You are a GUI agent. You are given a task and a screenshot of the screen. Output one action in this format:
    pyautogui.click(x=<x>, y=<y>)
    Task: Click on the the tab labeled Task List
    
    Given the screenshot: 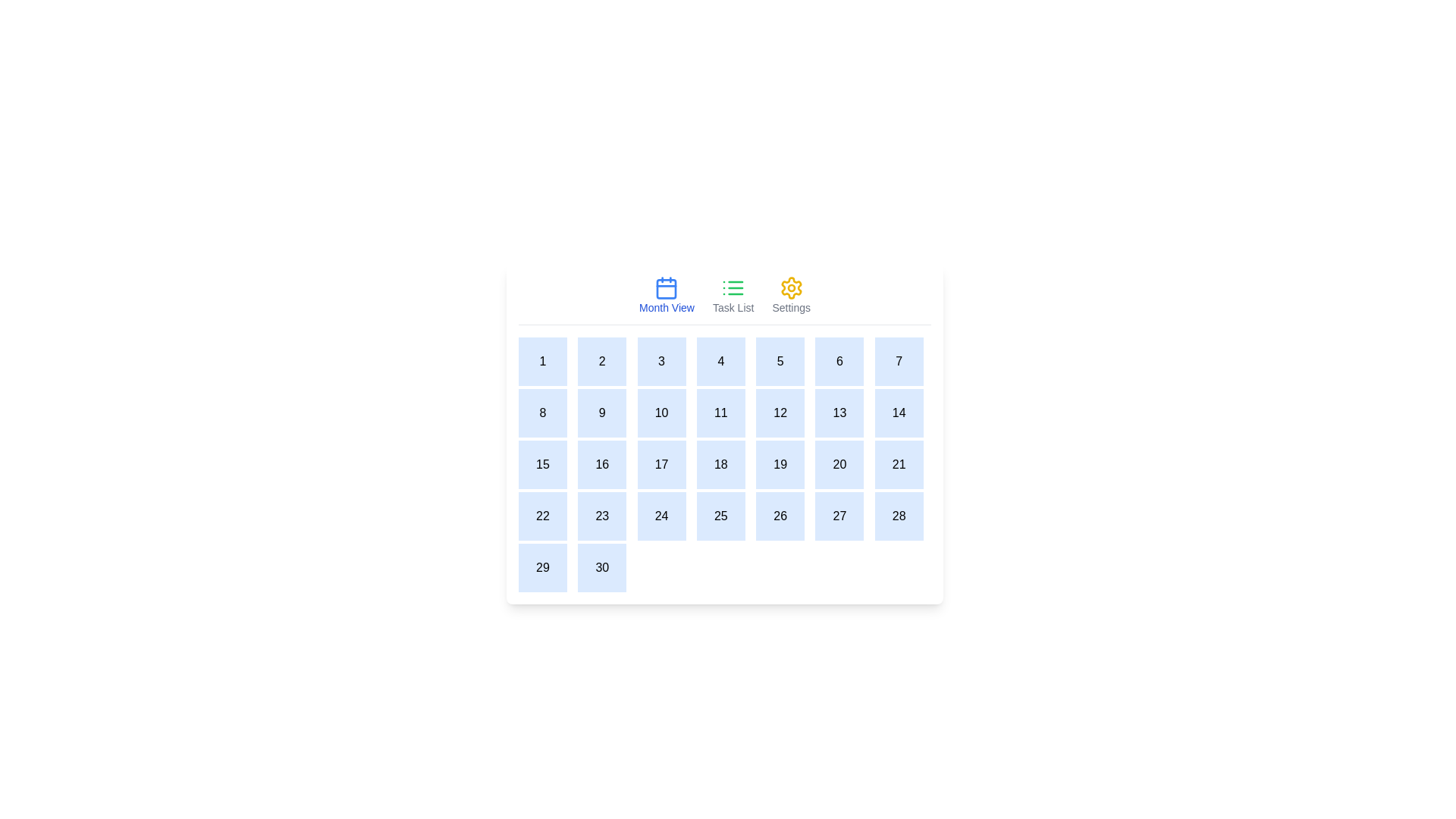 What is the action you would take?
    pyautogui.click(x=733, y=295)
    